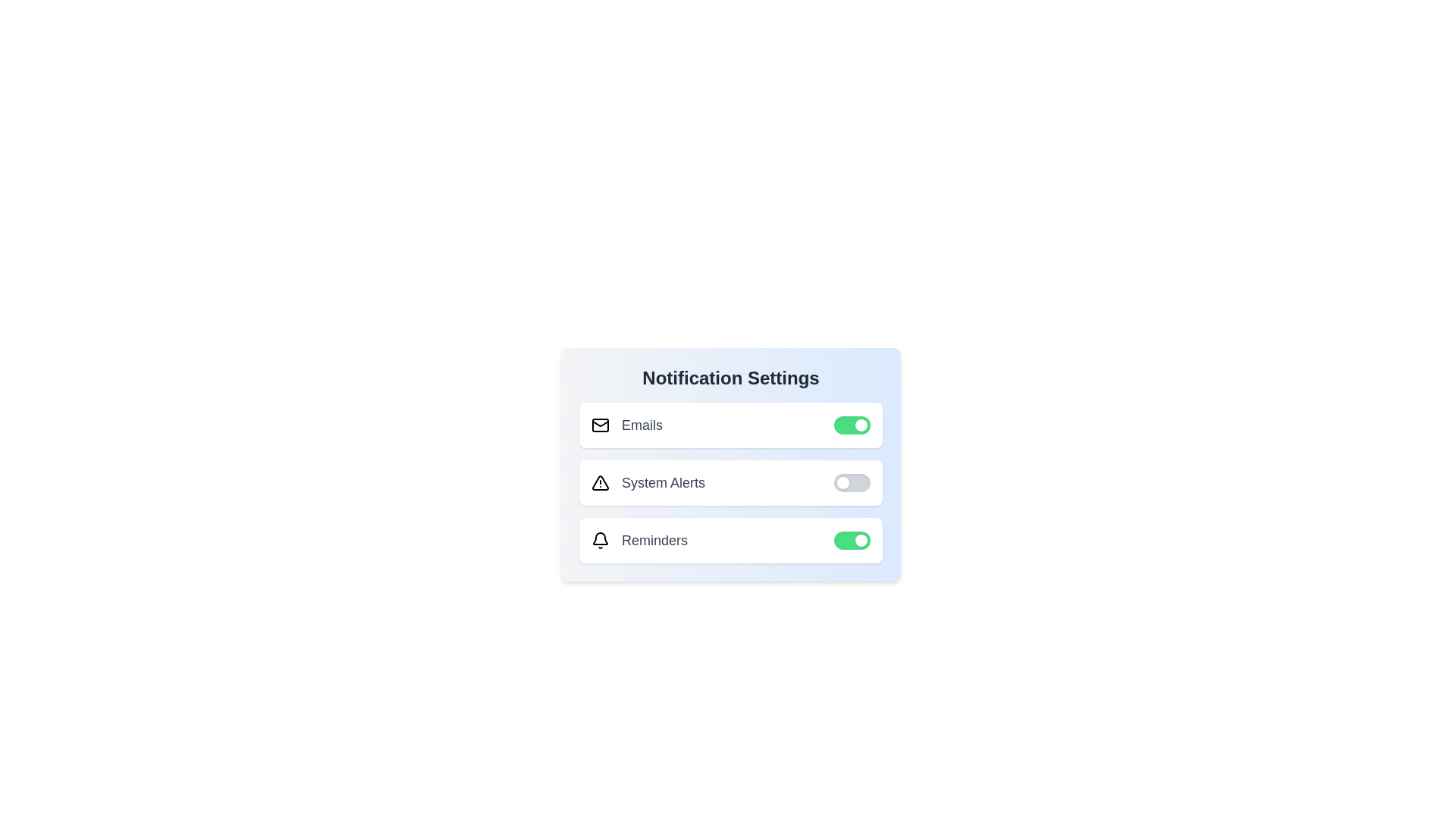  What do you see at coordinates (600, 540) in the screenshot?
I see `the notification icon for Reminders` at bounding box center [600, 540].